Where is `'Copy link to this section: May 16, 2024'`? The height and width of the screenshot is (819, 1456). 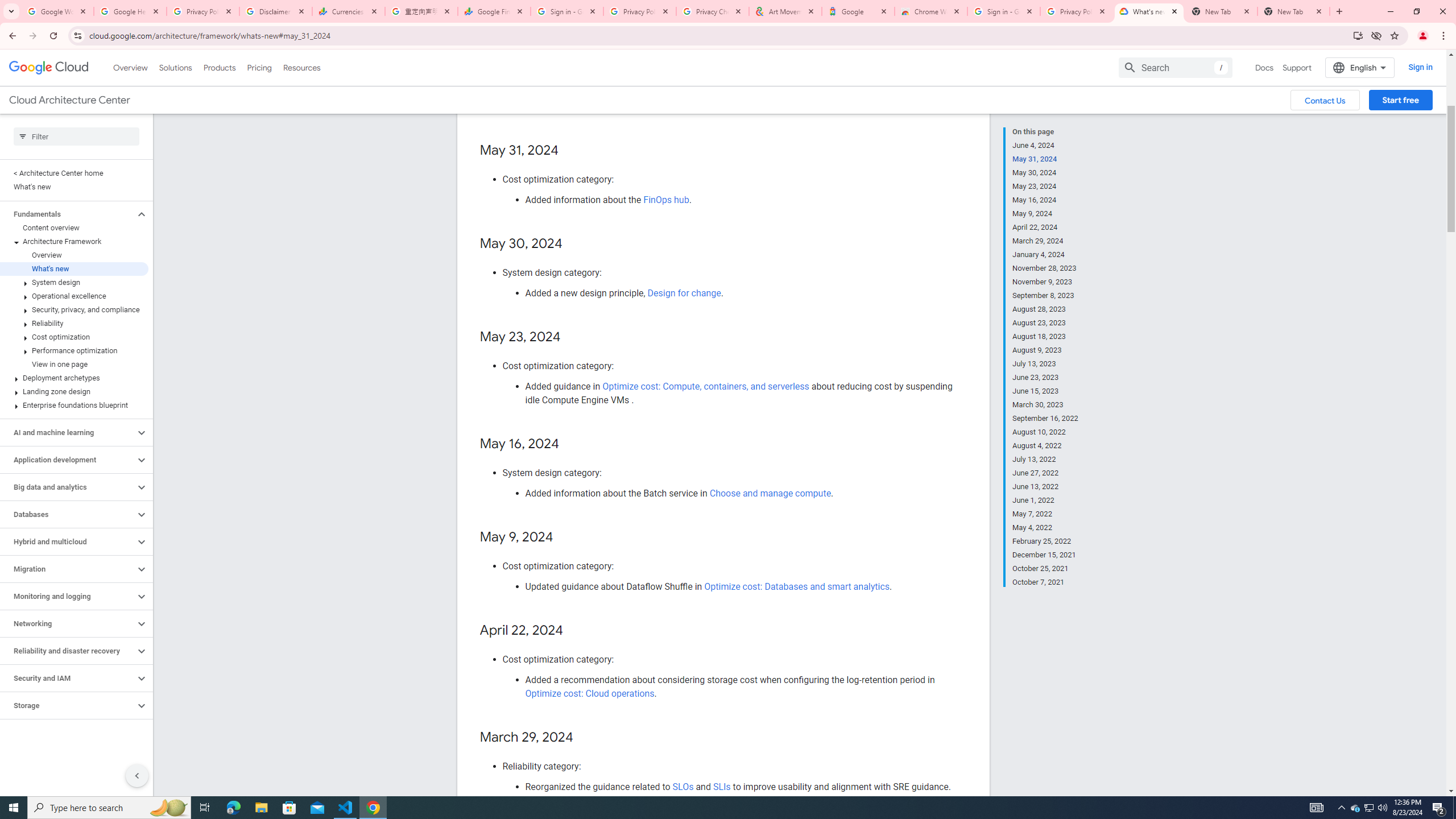
'Copy link to this section: May 16, 2024' is located at coordinates (570, 444).